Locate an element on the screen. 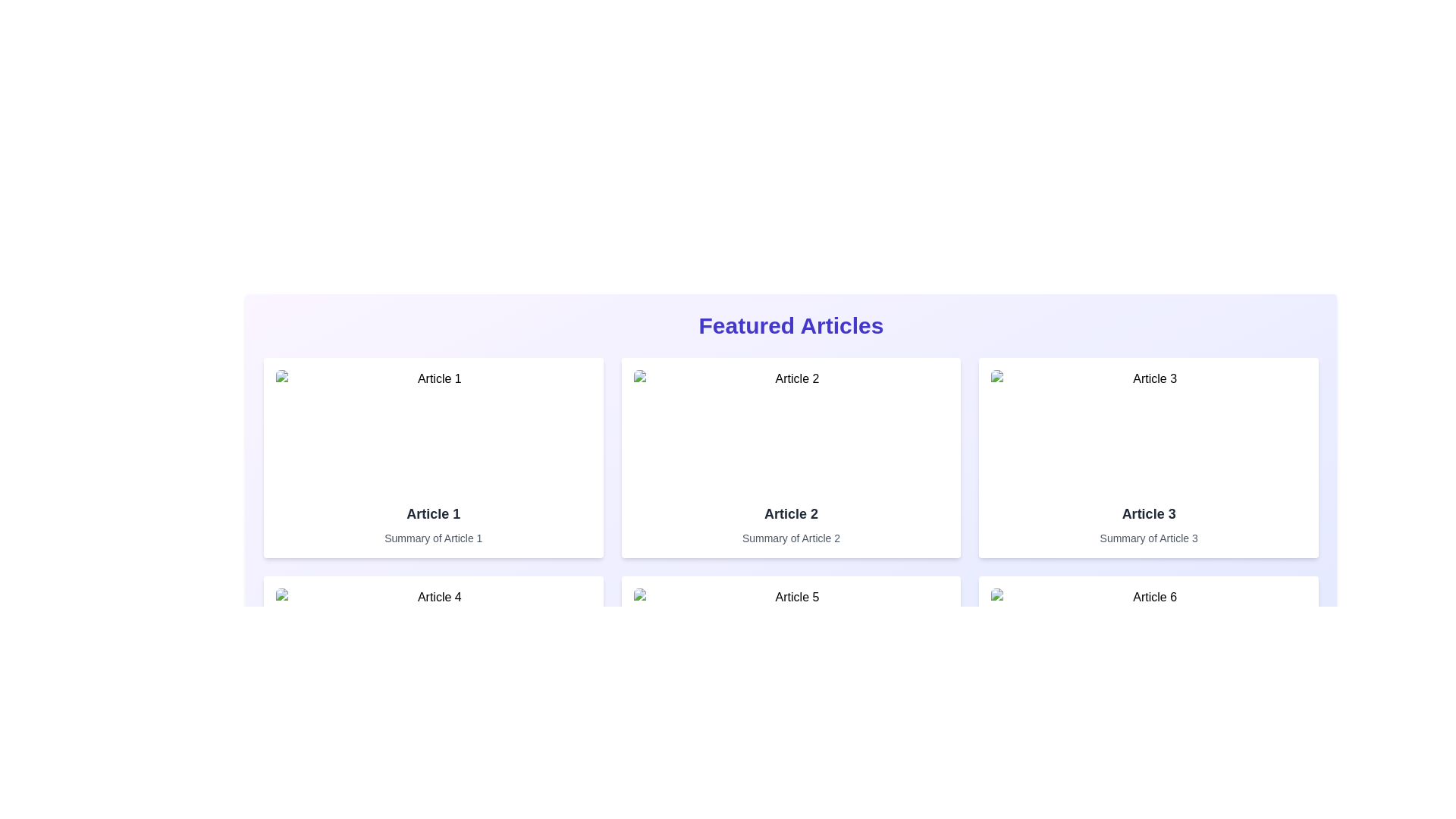 The width and height of the screenshot is (1456, 819). the image placeholder labeled 'Article 4' located at the top-left corner of its containing card is located at coordinates (432, 648).